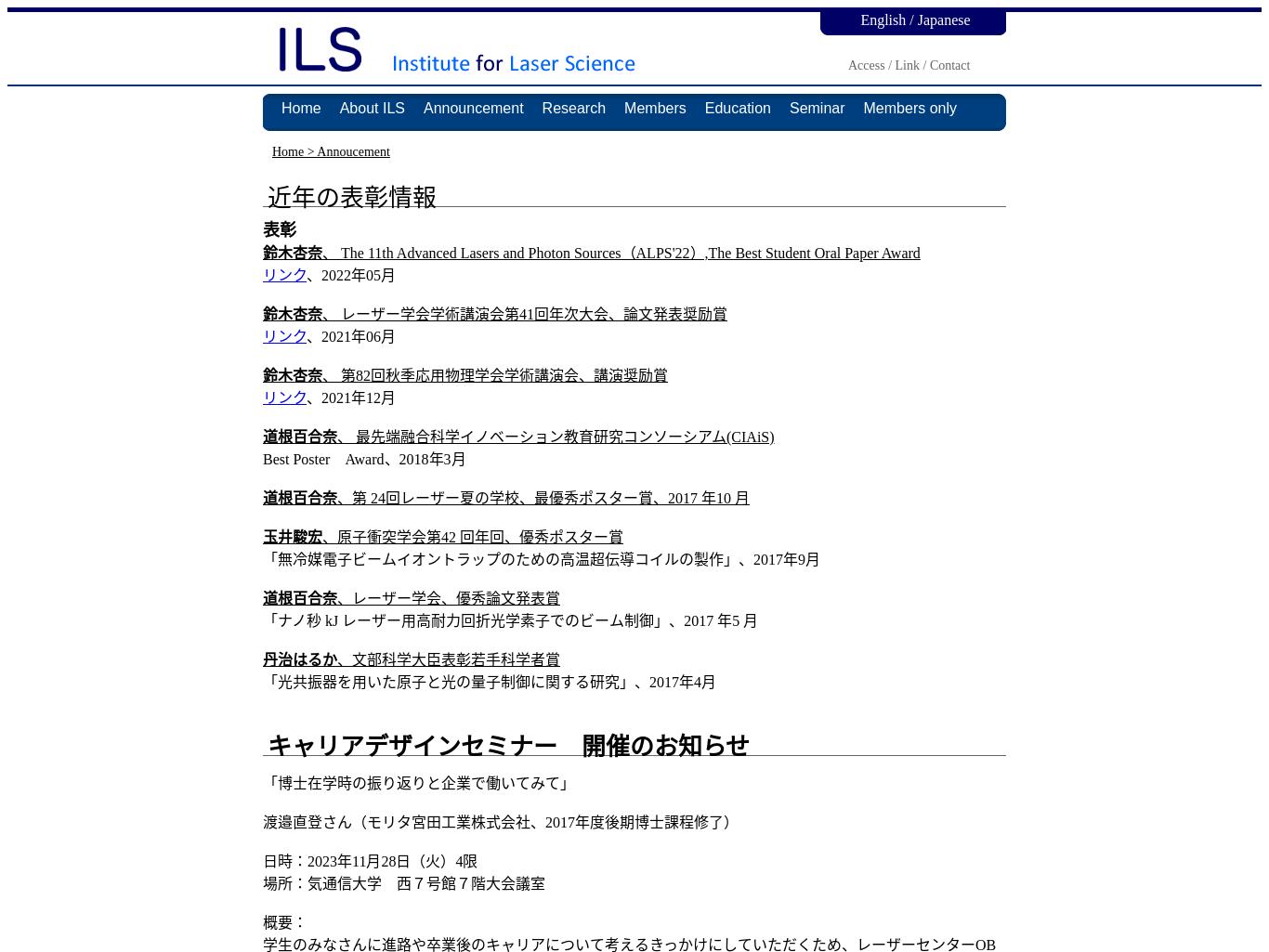 The image size is (1269, 952). Describe the element at coordinates (907, 64) in the screenshot. I see `'Link'` at that location.